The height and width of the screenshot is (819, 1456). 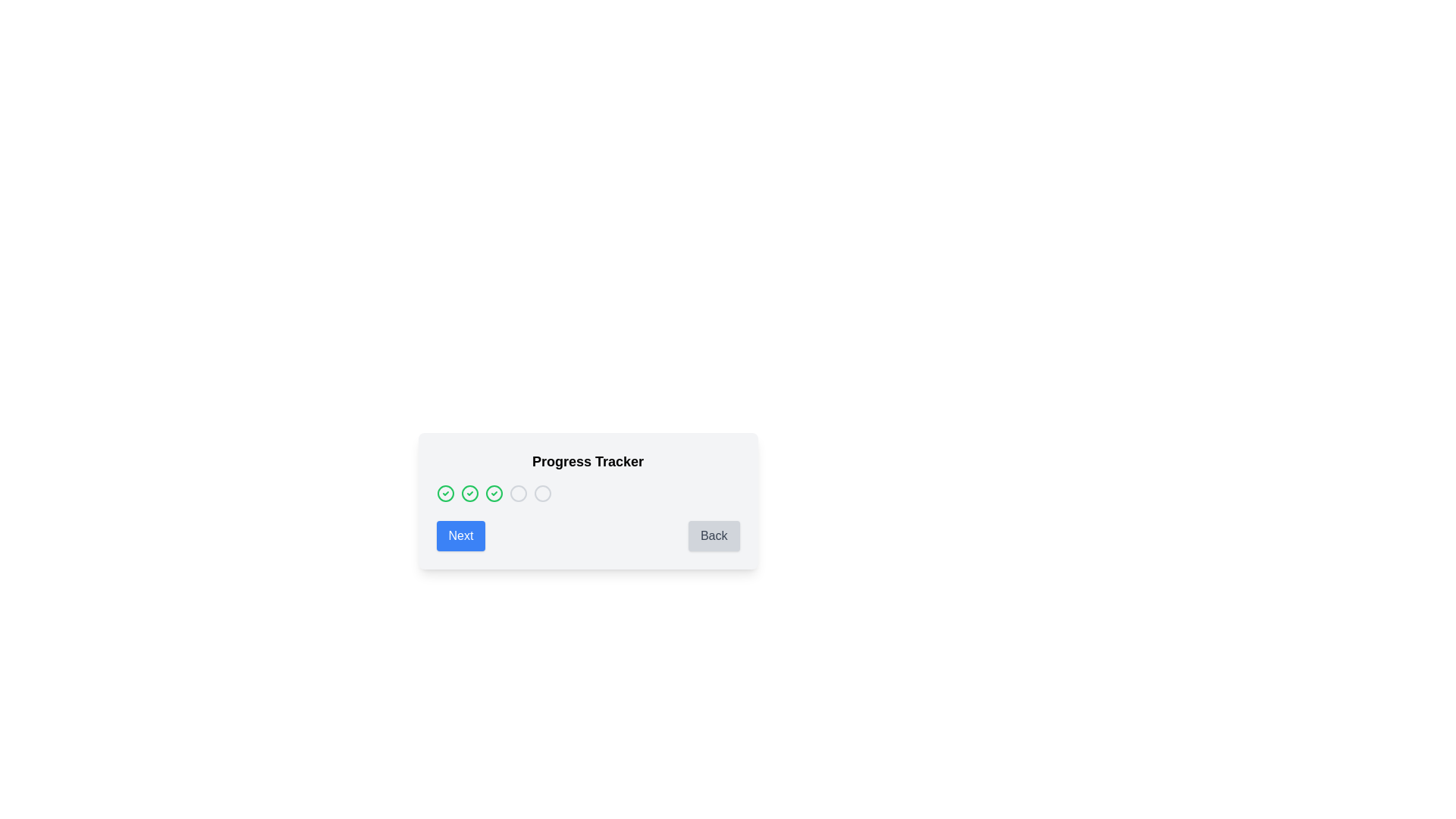 I want to click on the 'Previous' button located in the lower-right section of the interface, which is the second button in a two-button layout, so click(x=713, y=535).